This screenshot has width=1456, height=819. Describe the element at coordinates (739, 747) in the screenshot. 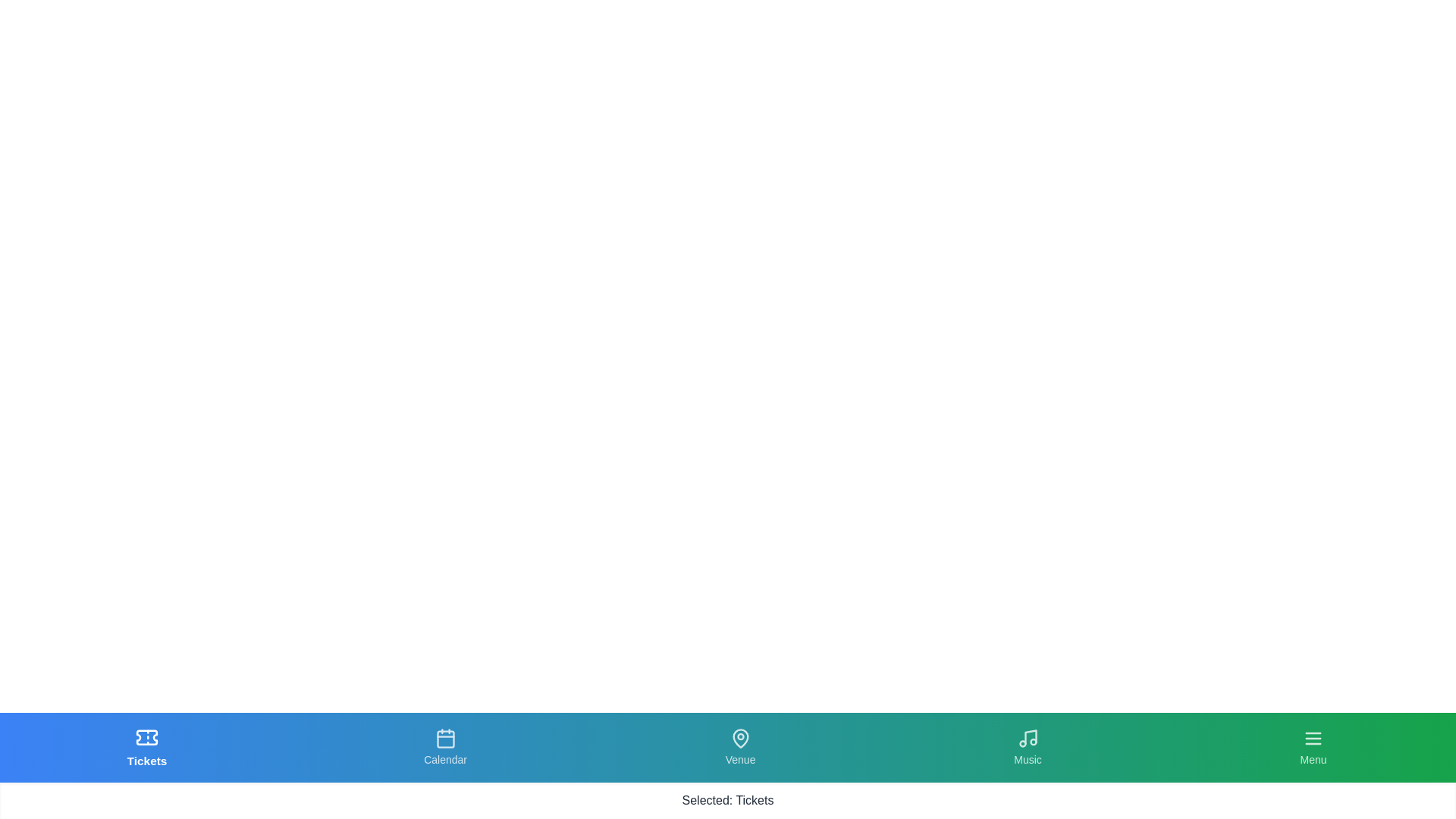

I see `the Venue tab in the navigation bar` at that location.